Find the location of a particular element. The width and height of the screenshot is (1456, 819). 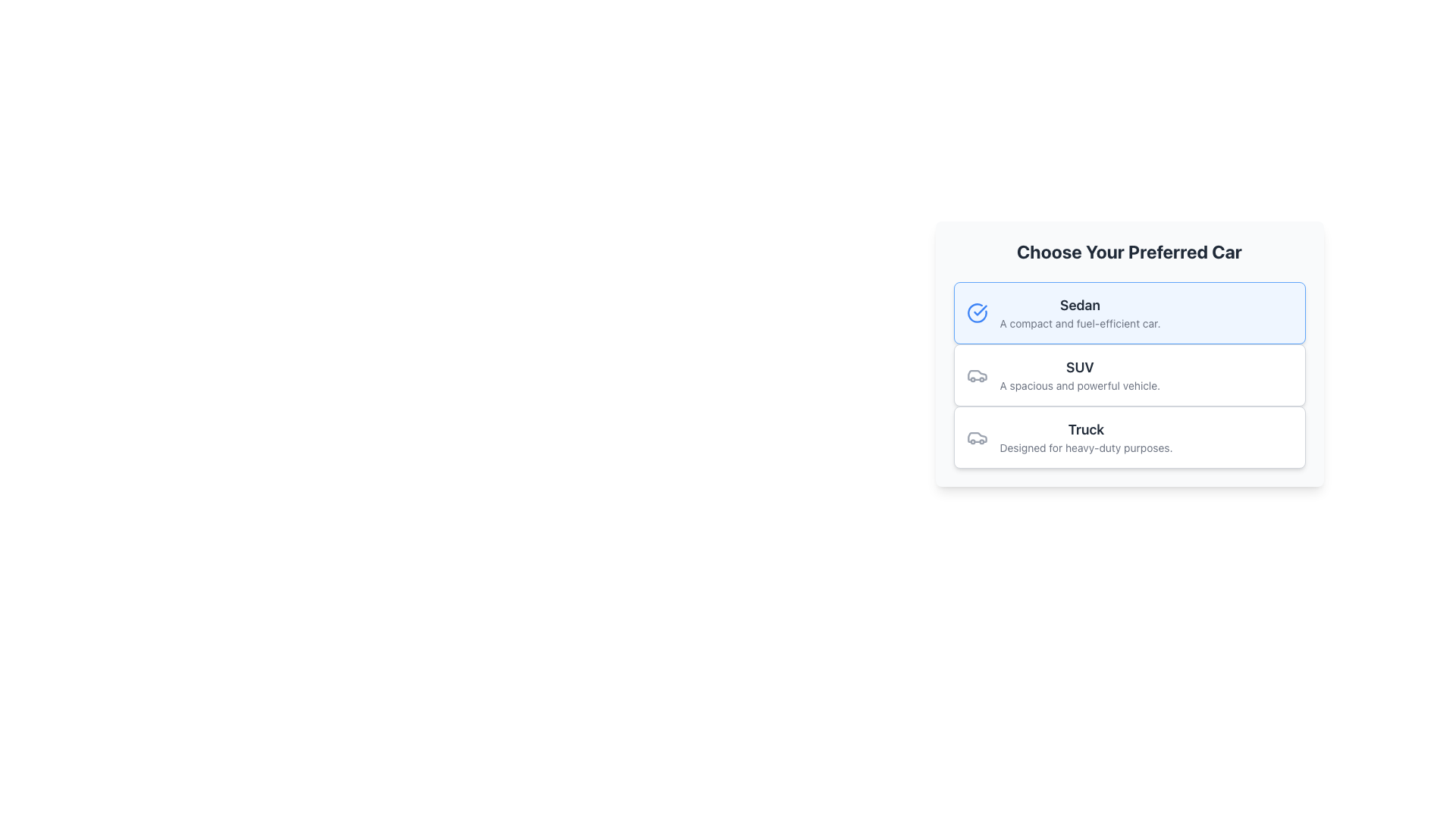

the centered header text reading 'Choose Your Preferred Car', which is styled with a bold font and dark gray color, located at the top of the car selection options is located at coordinates (1129, 250).